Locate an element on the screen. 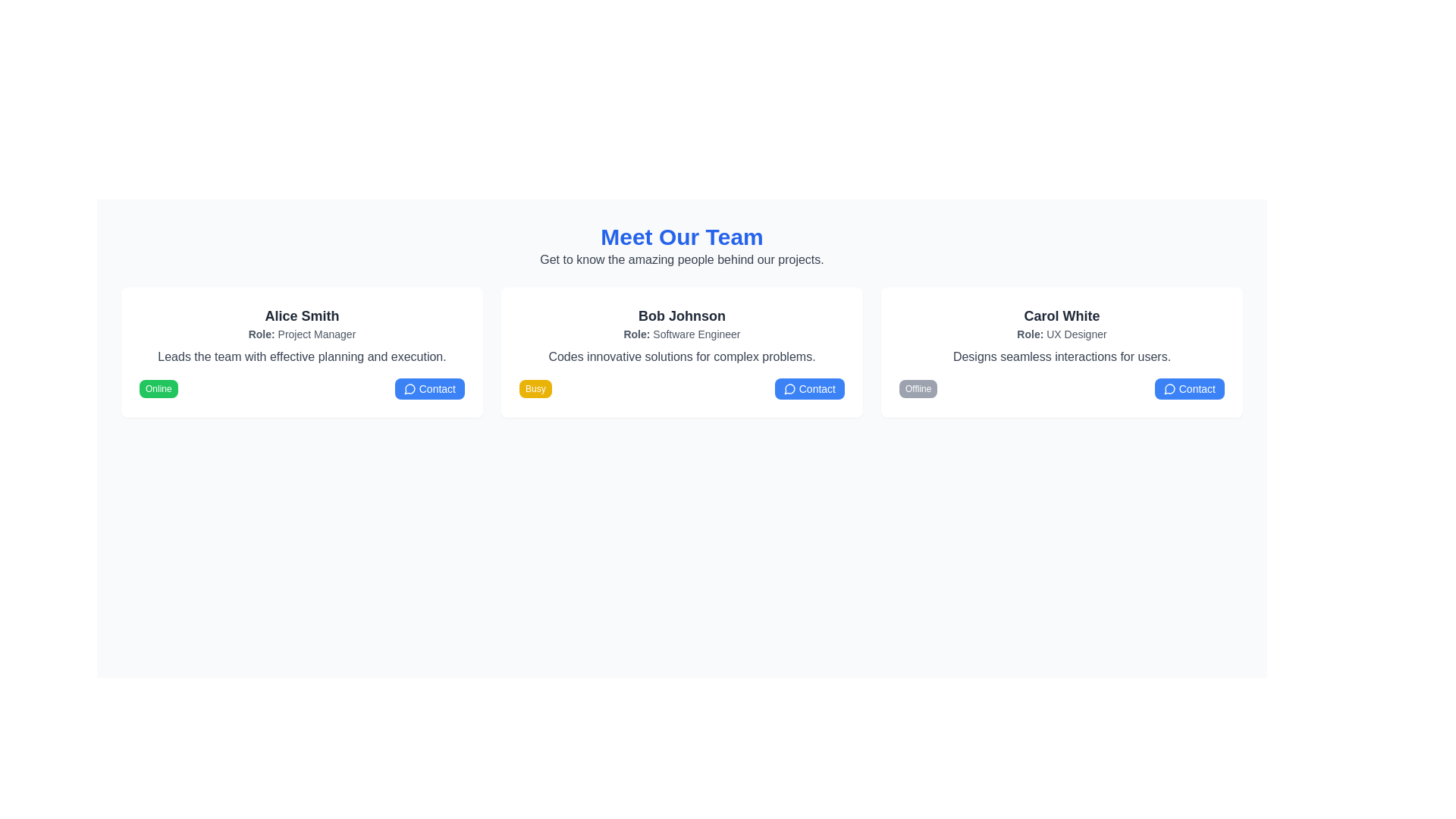 The image size is (1456, 819). the text label indicating the designation context for 'UX Designer' located under 'Carol White' in the rightmost card of the layout is located at coordinates (1030, 333).